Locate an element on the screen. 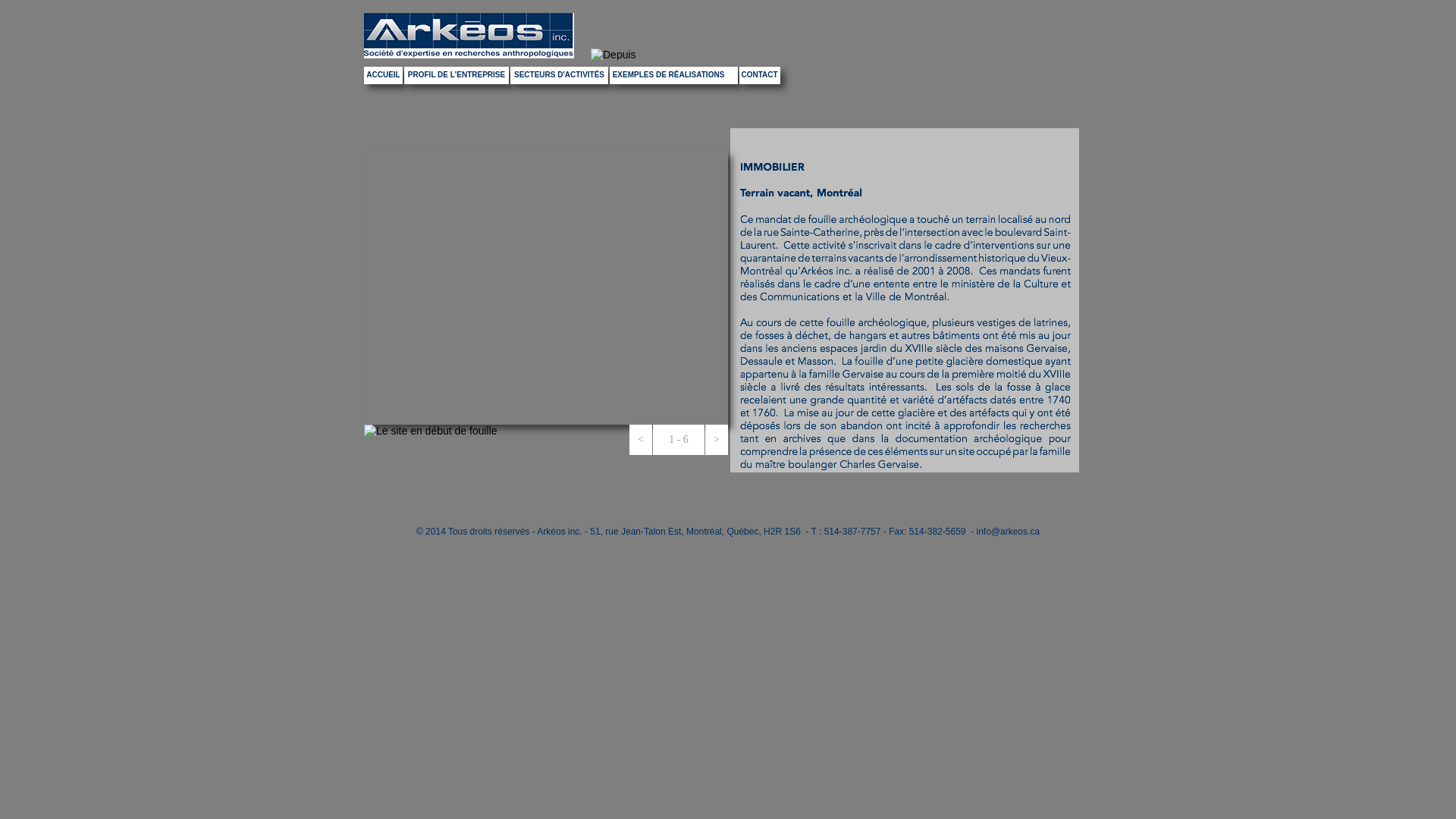 The width and height of the screenshot is (1456, 819). 'PROFIL DE L'ENTREPRISE' is located at coordinates (455, 75).